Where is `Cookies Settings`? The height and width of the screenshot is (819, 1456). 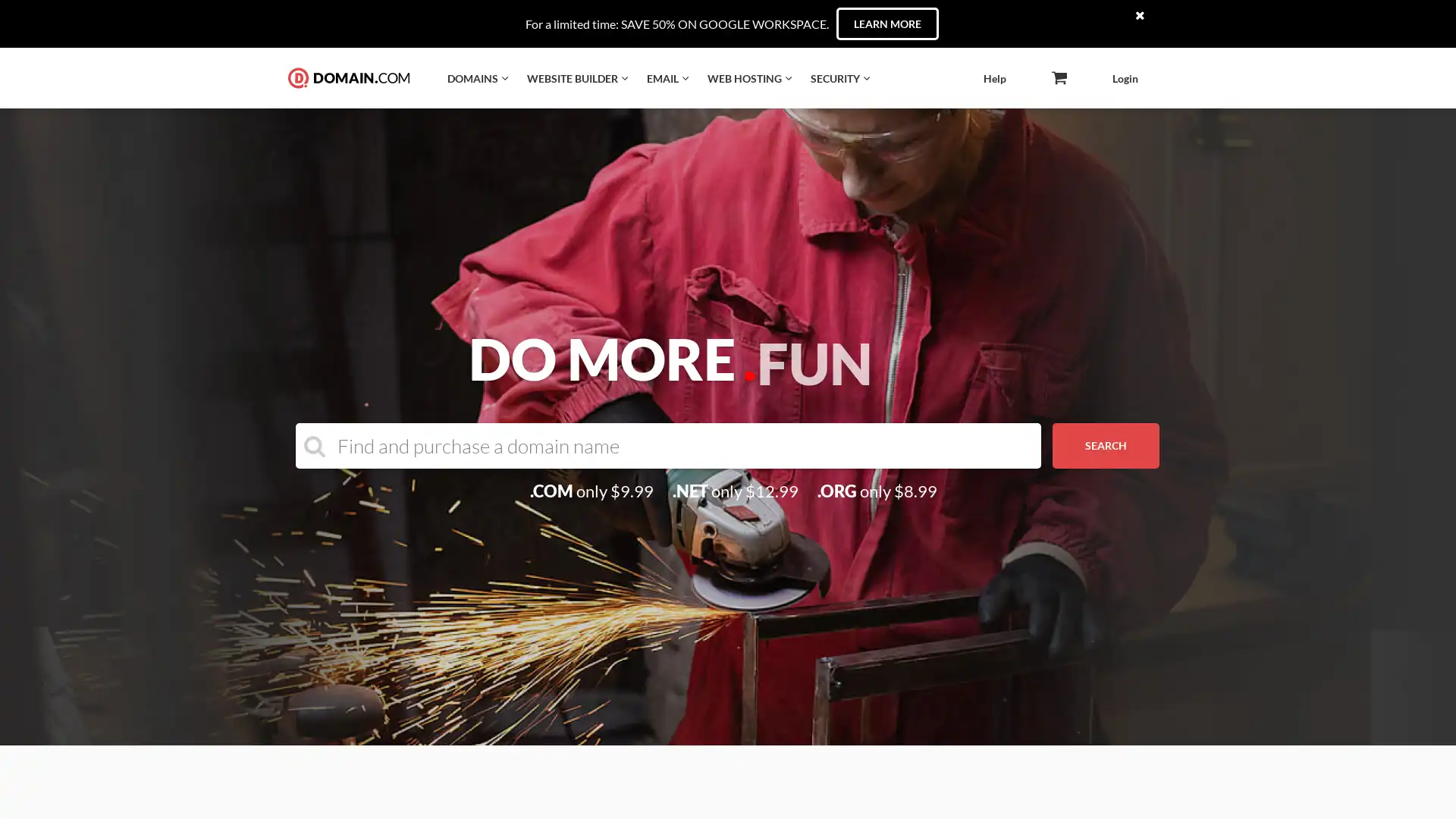 Cookies Settings is located at coordinates (154, 767).